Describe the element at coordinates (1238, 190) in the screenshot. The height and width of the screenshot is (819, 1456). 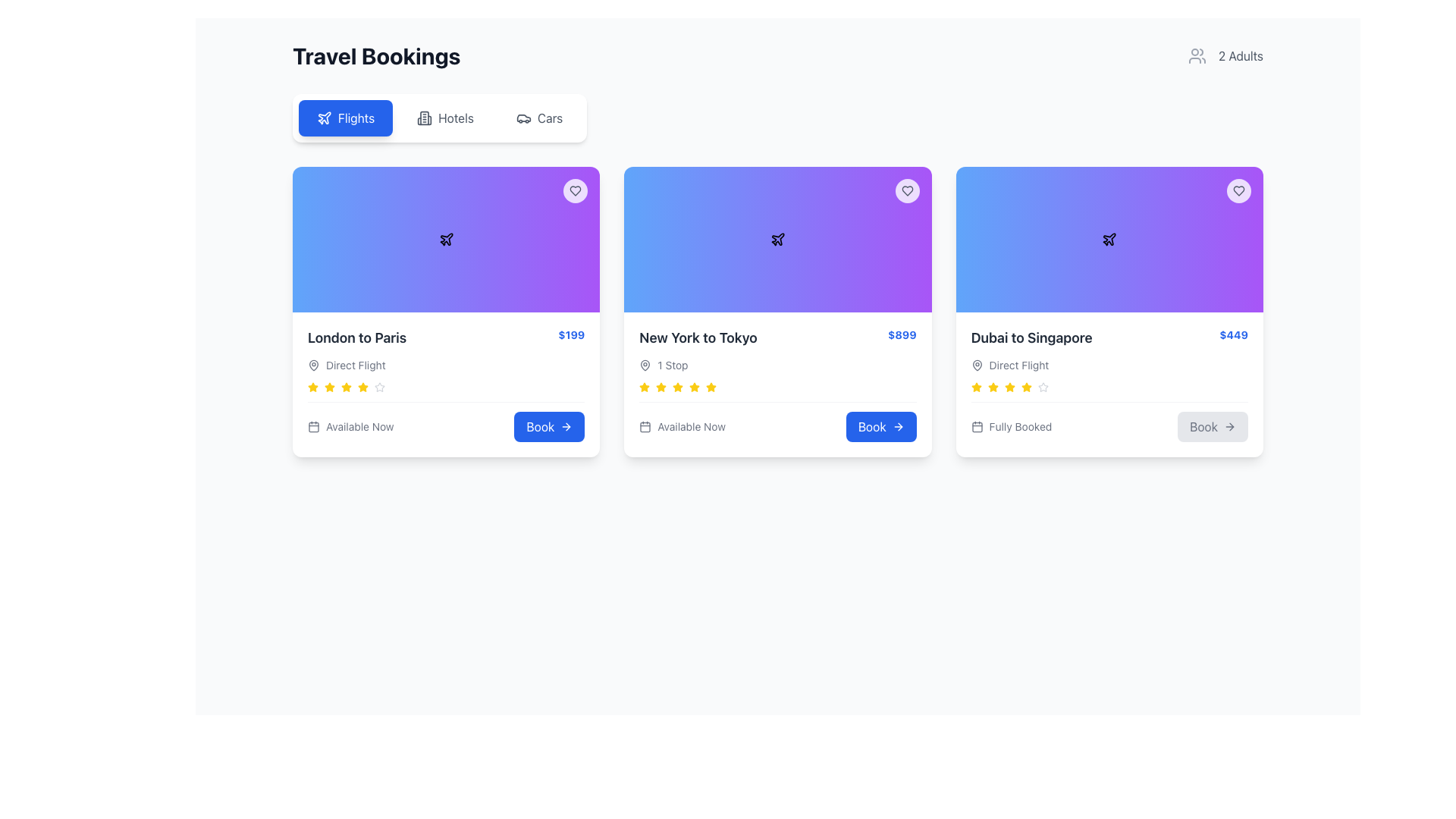
I see `the heart-shaped icon at the top-right corner of the card displaying information about 'Dubai to Singapore'` at that location.